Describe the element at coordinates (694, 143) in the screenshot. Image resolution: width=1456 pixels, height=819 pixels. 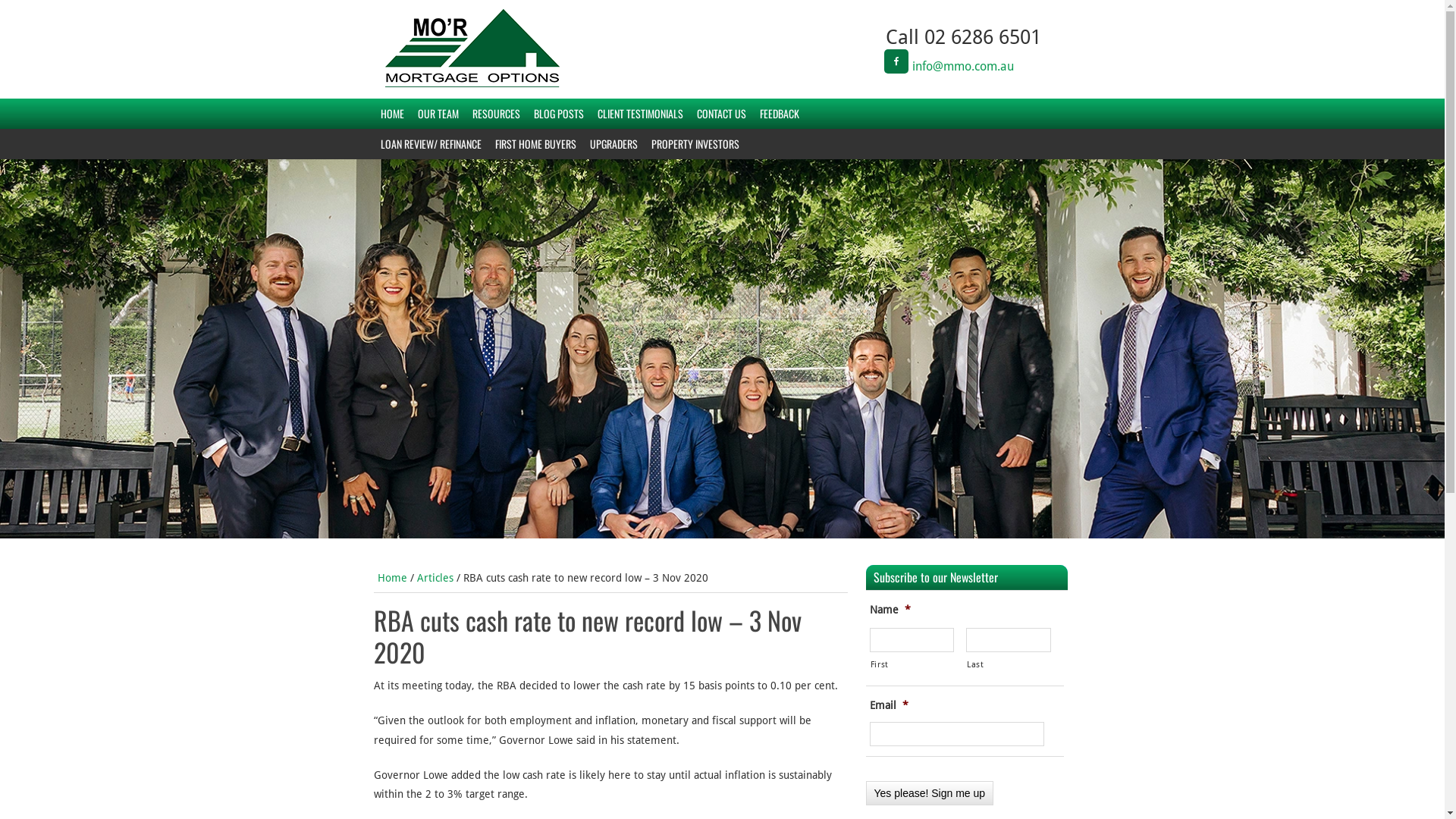
I see `'PROPERTY INVESTORS'` at that location.